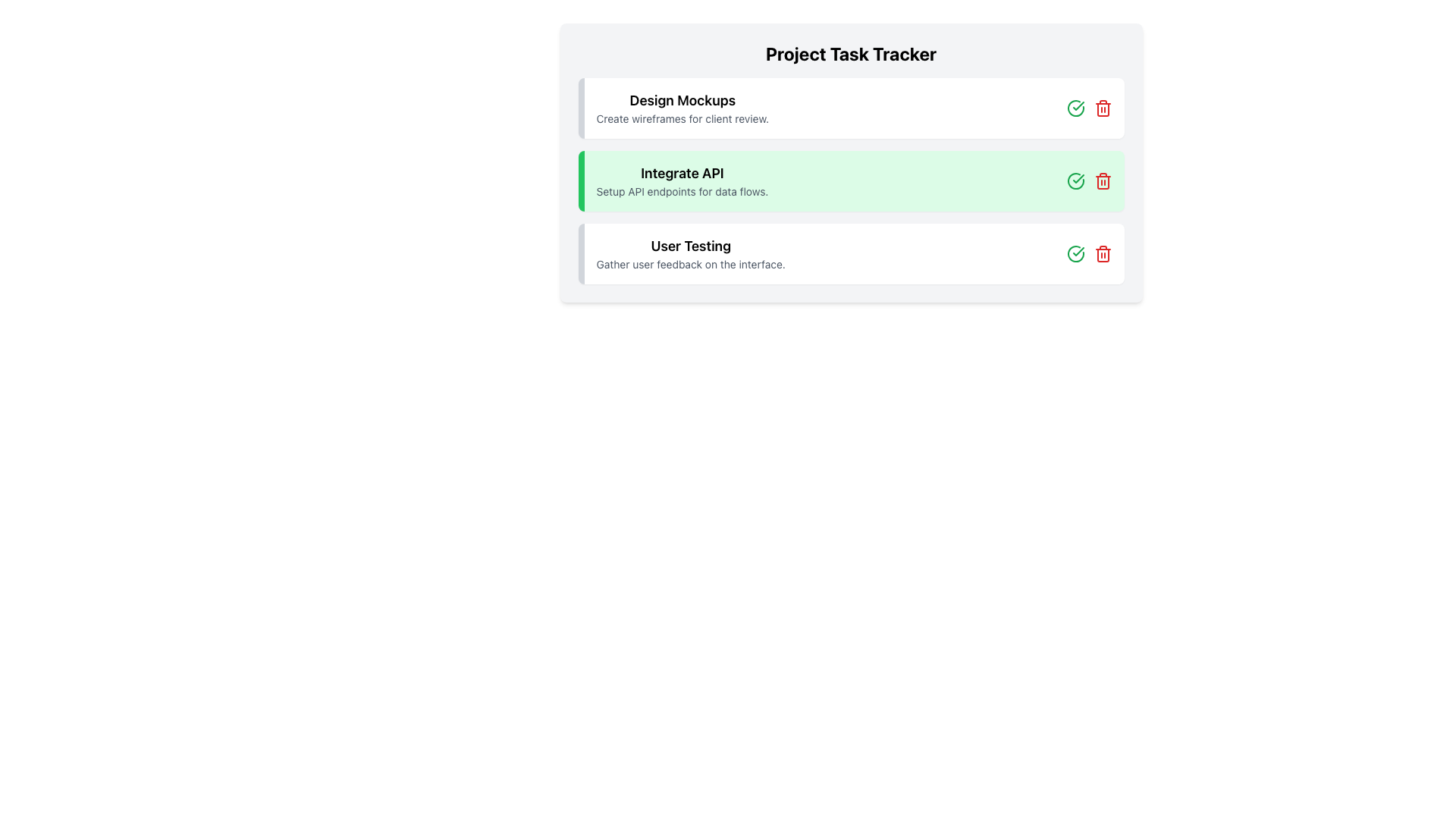  I want to click on the green circular icon with a checkmark symbol inside, located on the far right of the 'Design Mockups' task, so click(1075, 107).